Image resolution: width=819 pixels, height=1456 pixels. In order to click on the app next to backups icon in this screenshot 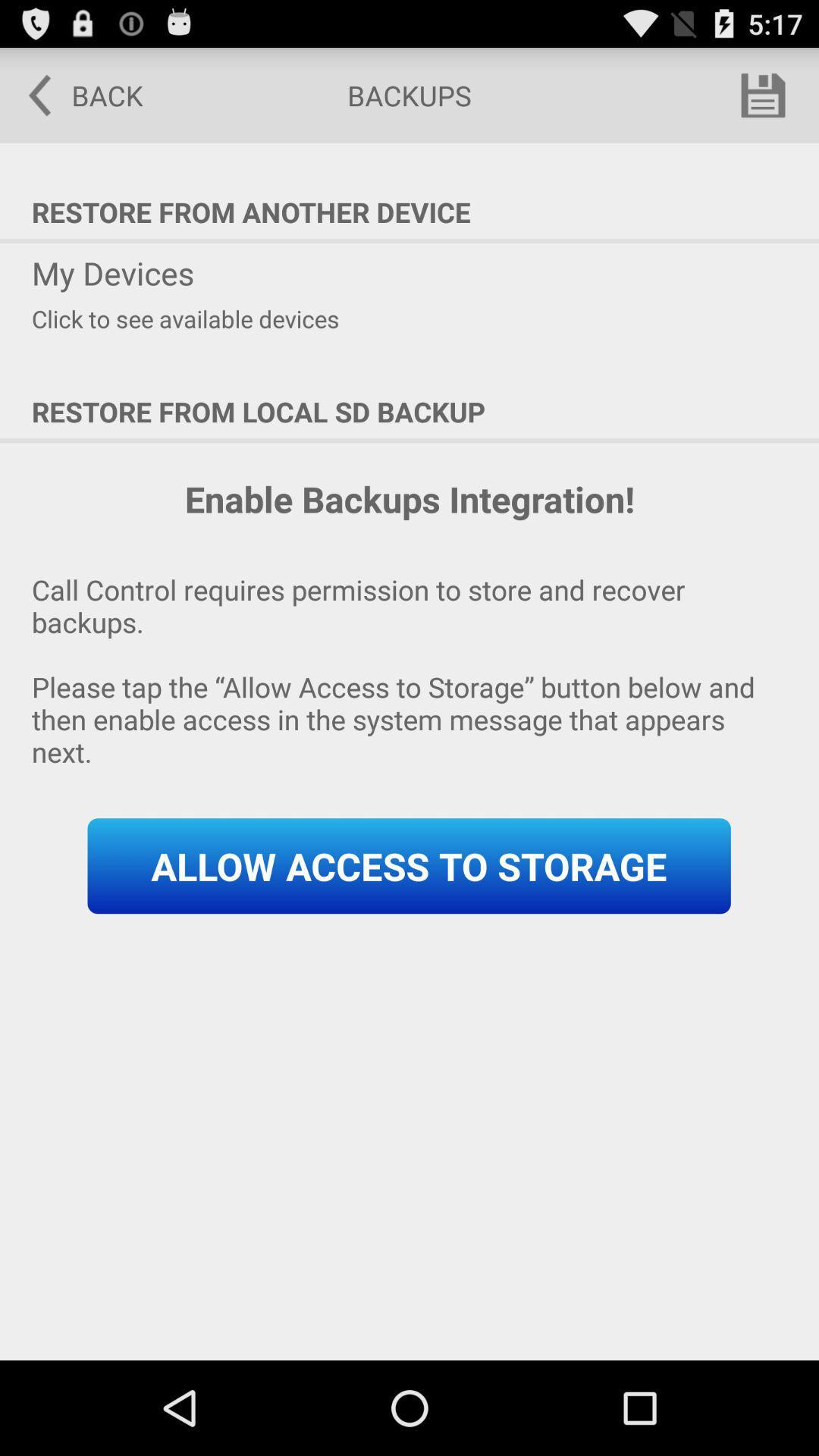, I will do `click(75, 94)`.